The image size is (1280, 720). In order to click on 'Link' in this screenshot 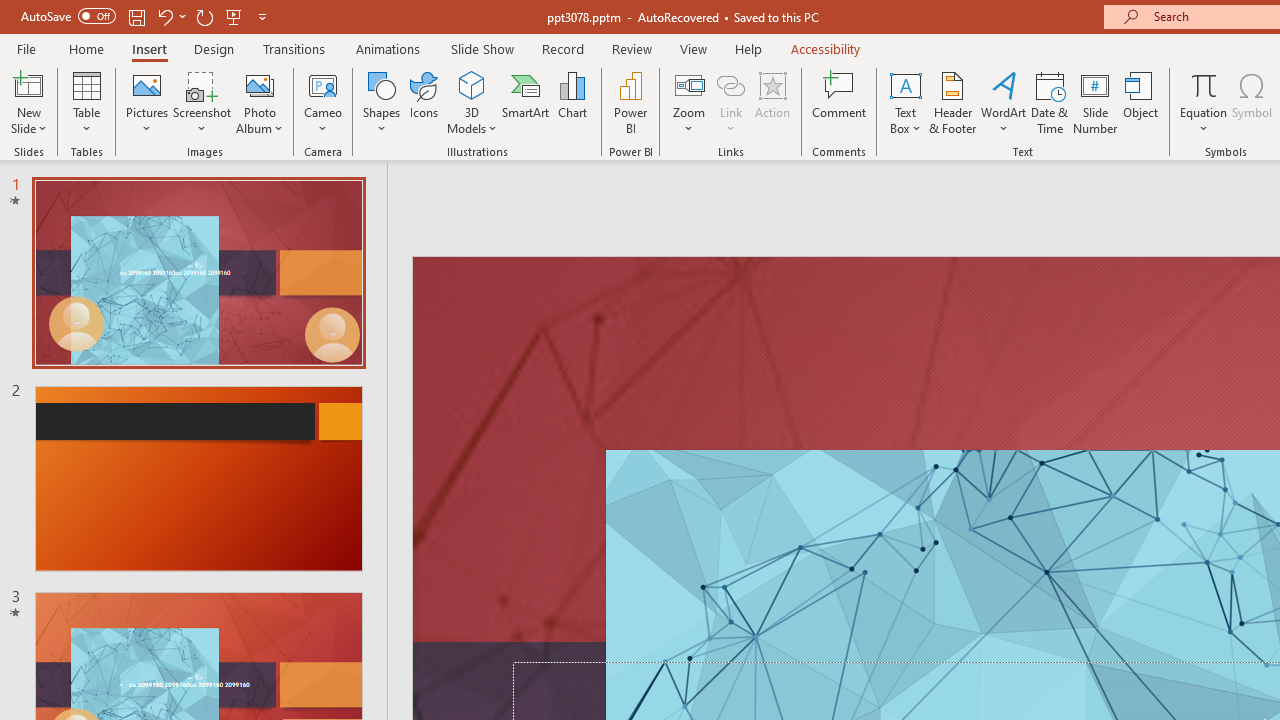, I will do `click(730, 84)`.